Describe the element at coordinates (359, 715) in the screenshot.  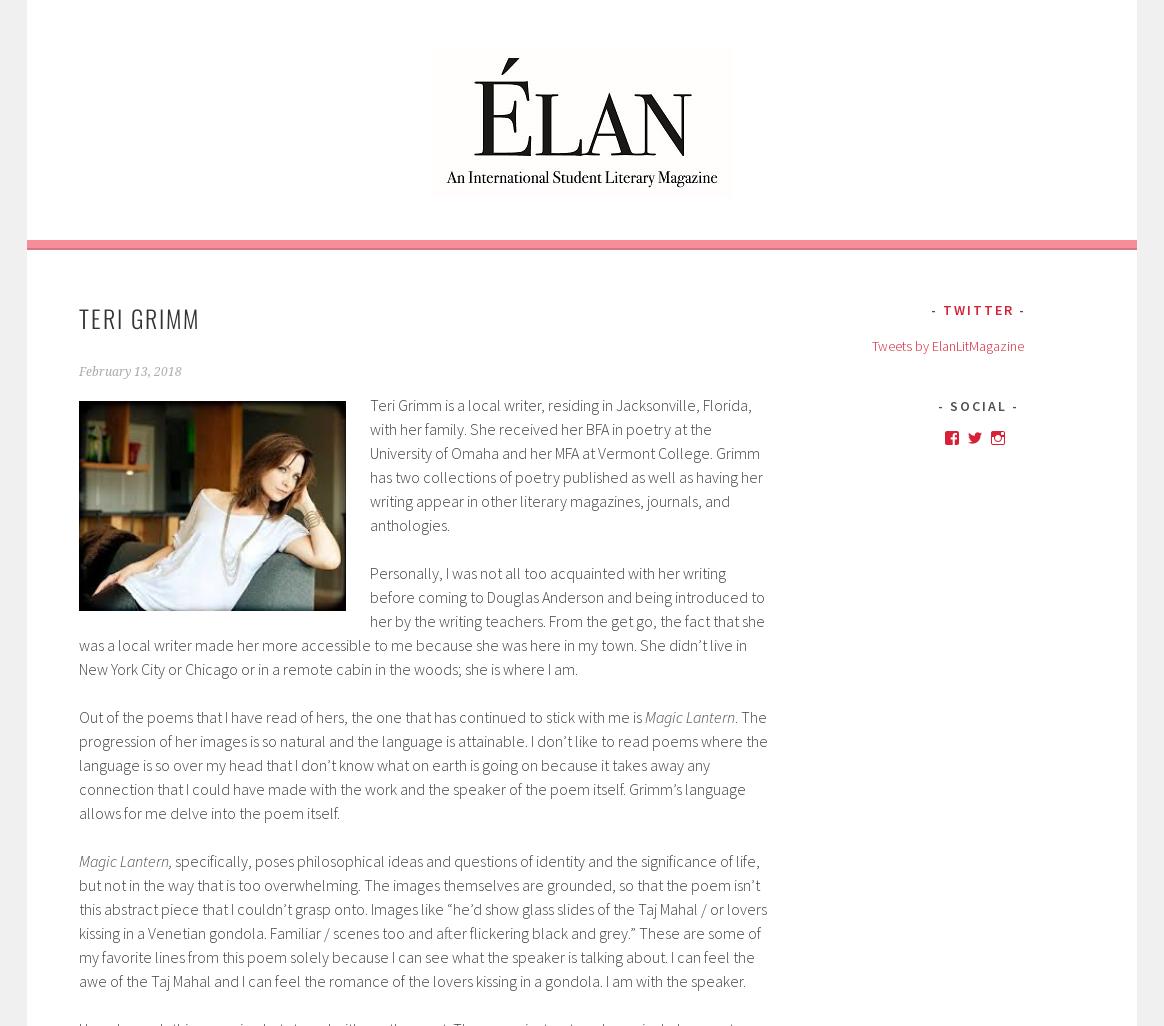
I see `'Out of the poems that I have read of hers, the one that has continued to stick with me is'` at that location.